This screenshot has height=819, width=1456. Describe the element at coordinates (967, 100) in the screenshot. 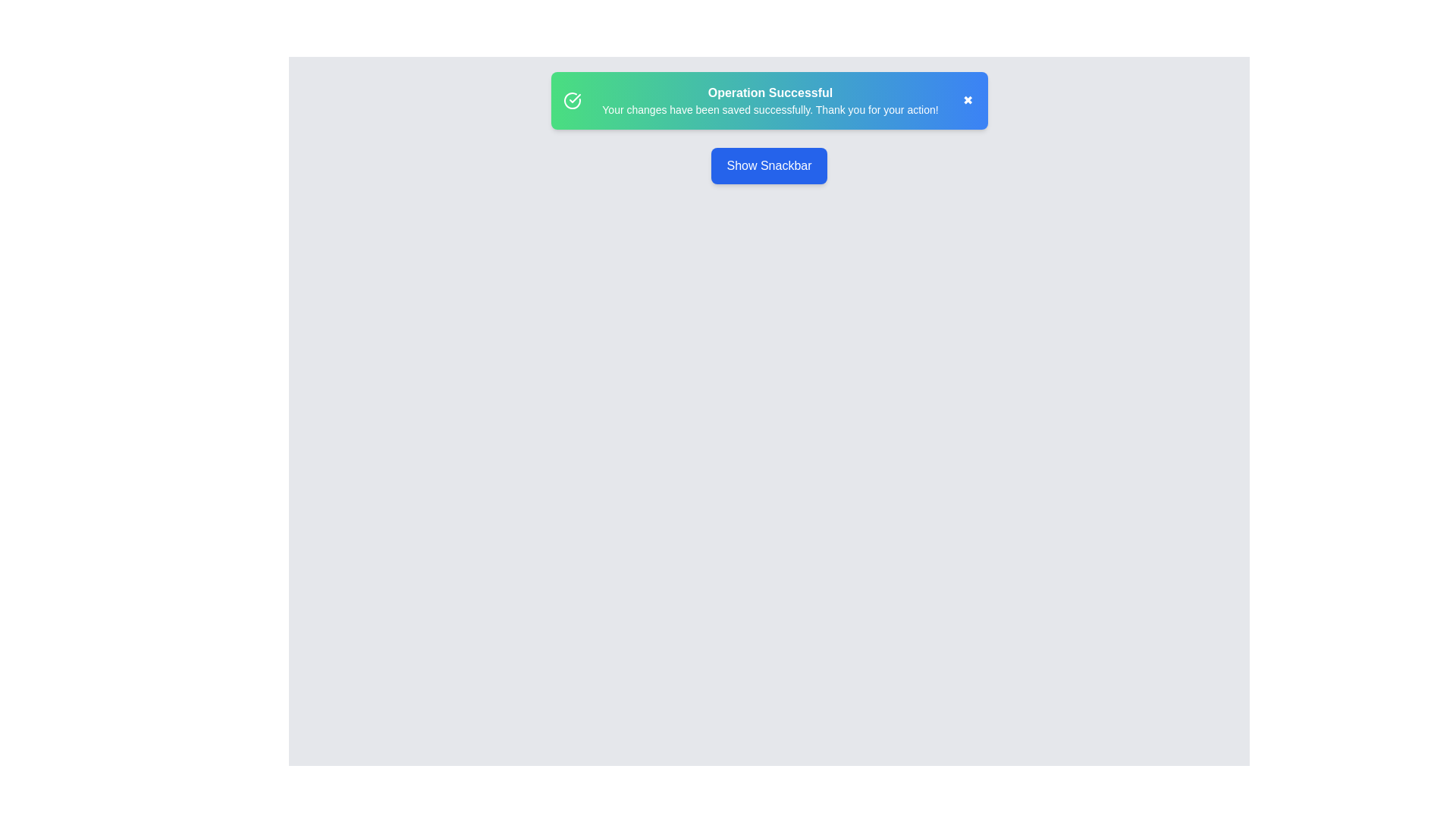

I see `close button on the snackbar` at that location.